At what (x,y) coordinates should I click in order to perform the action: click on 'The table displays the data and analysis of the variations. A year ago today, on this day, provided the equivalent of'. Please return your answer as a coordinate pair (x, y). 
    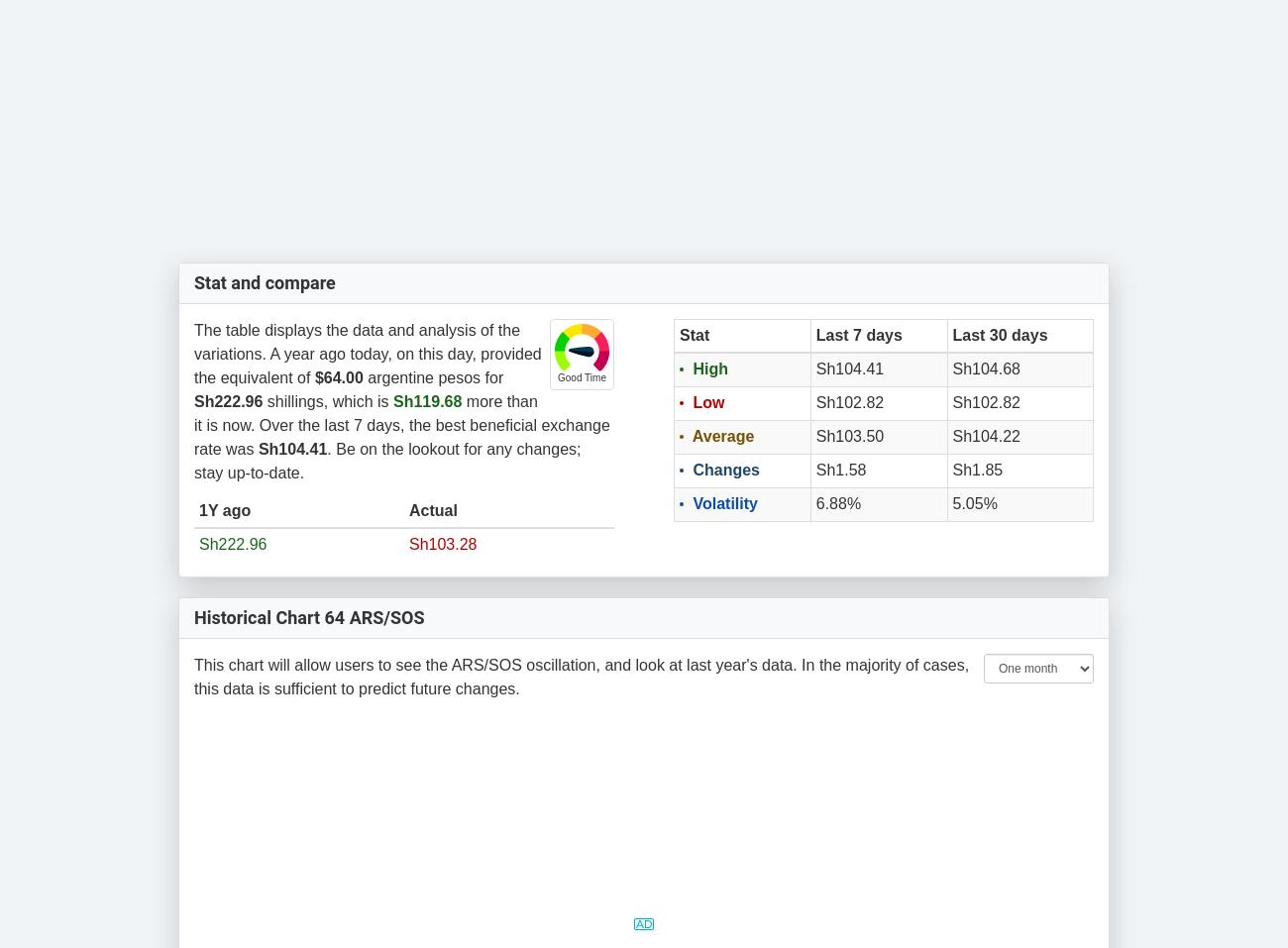
    Looking at the image, I should click on (367, 353).